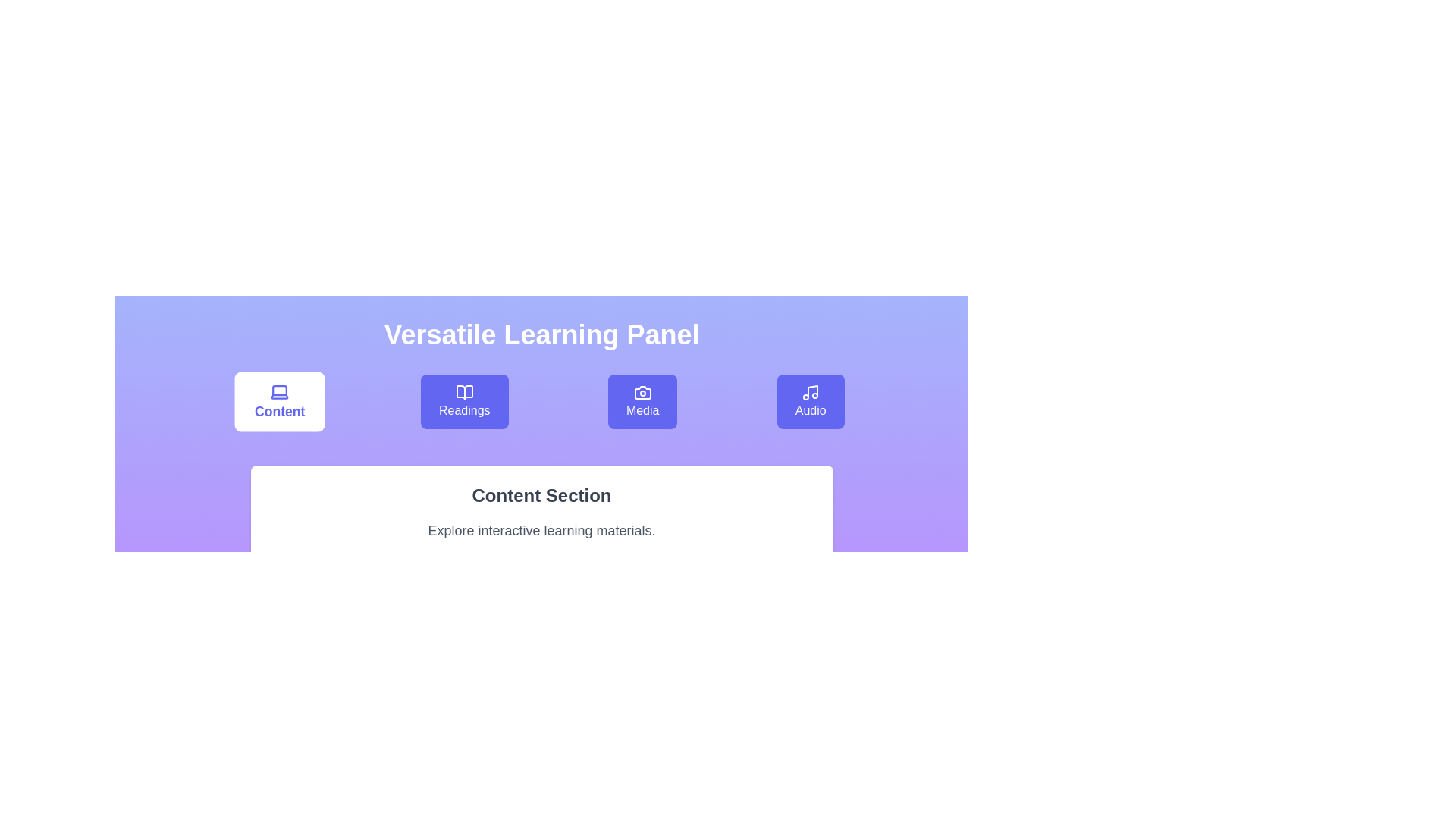  I want to click on the header text by clicking on it, so click(541, 334).